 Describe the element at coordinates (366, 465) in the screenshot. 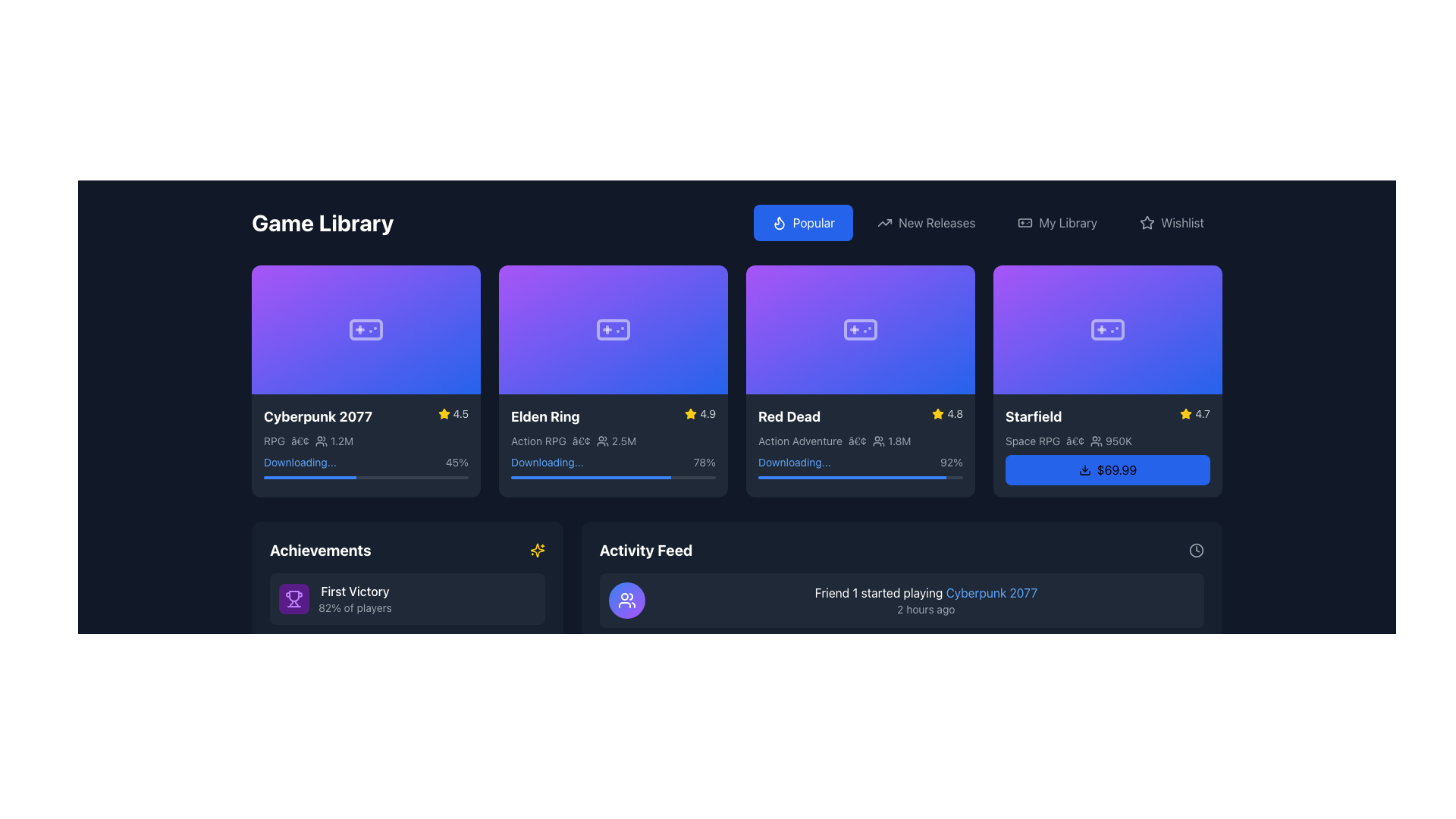

I see `the Progress indicator displaying 'Downloading...' with the progress of '45%' in the Game Library section of 'Cyberpunk 2077'` at that location.